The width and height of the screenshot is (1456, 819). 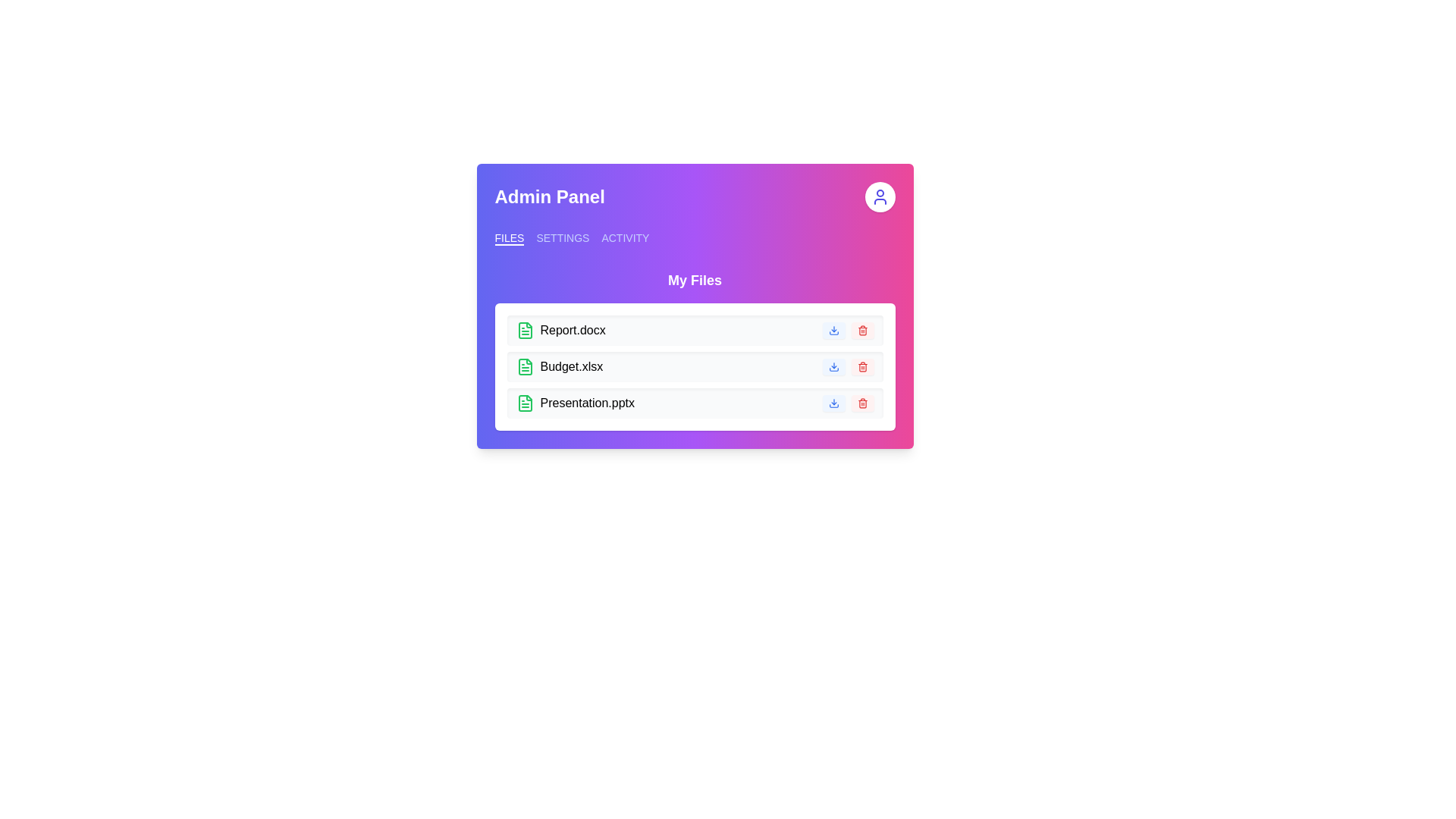 What do you see at coordinates (560, 329) in the screenshot?
I see `the Text Label with an accompanying Icon that represents a document file in the 'My Files' panel` at bounding box center [560, 329].